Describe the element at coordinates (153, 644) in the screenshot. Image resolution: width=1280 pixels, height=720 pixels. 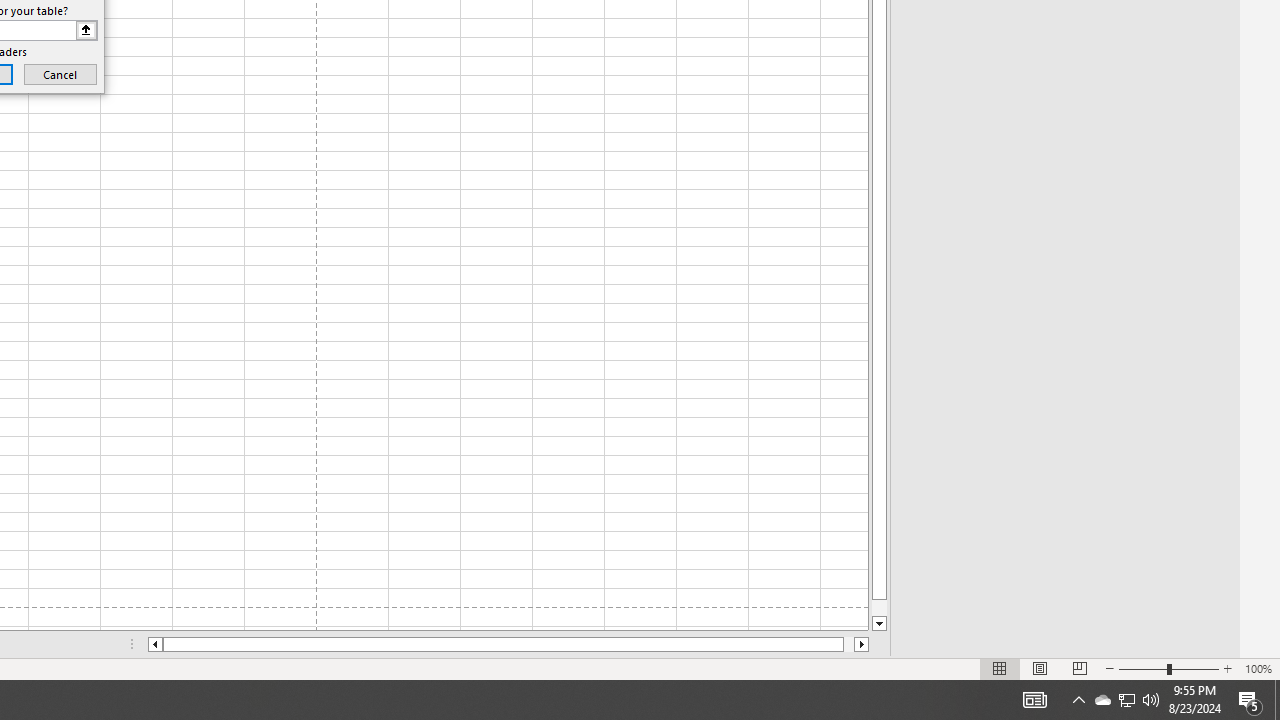
I see `'Column left'` at that location.